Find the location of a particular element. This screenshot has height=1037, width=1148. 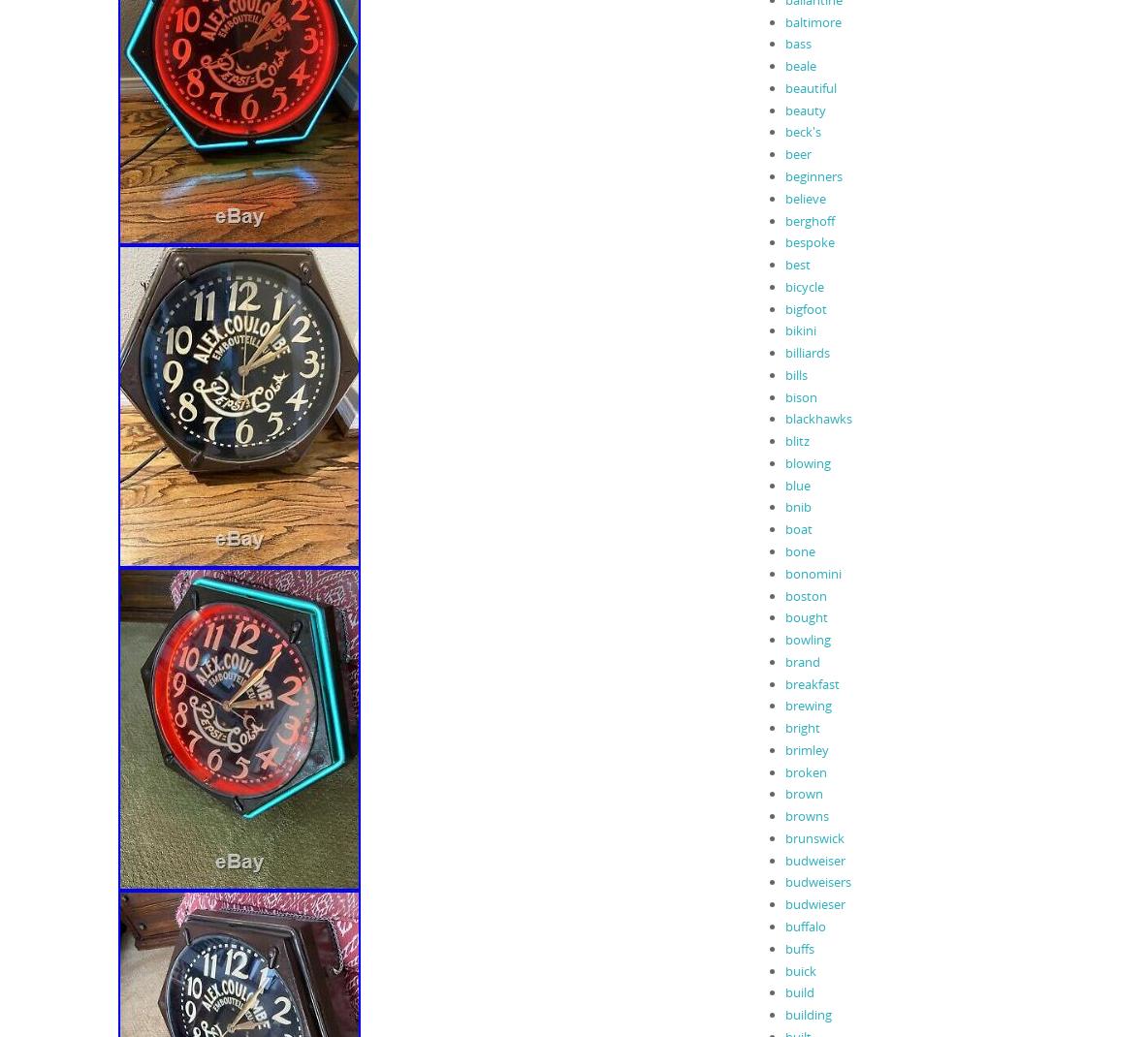

'believe' is located at coordinates (783, 197).